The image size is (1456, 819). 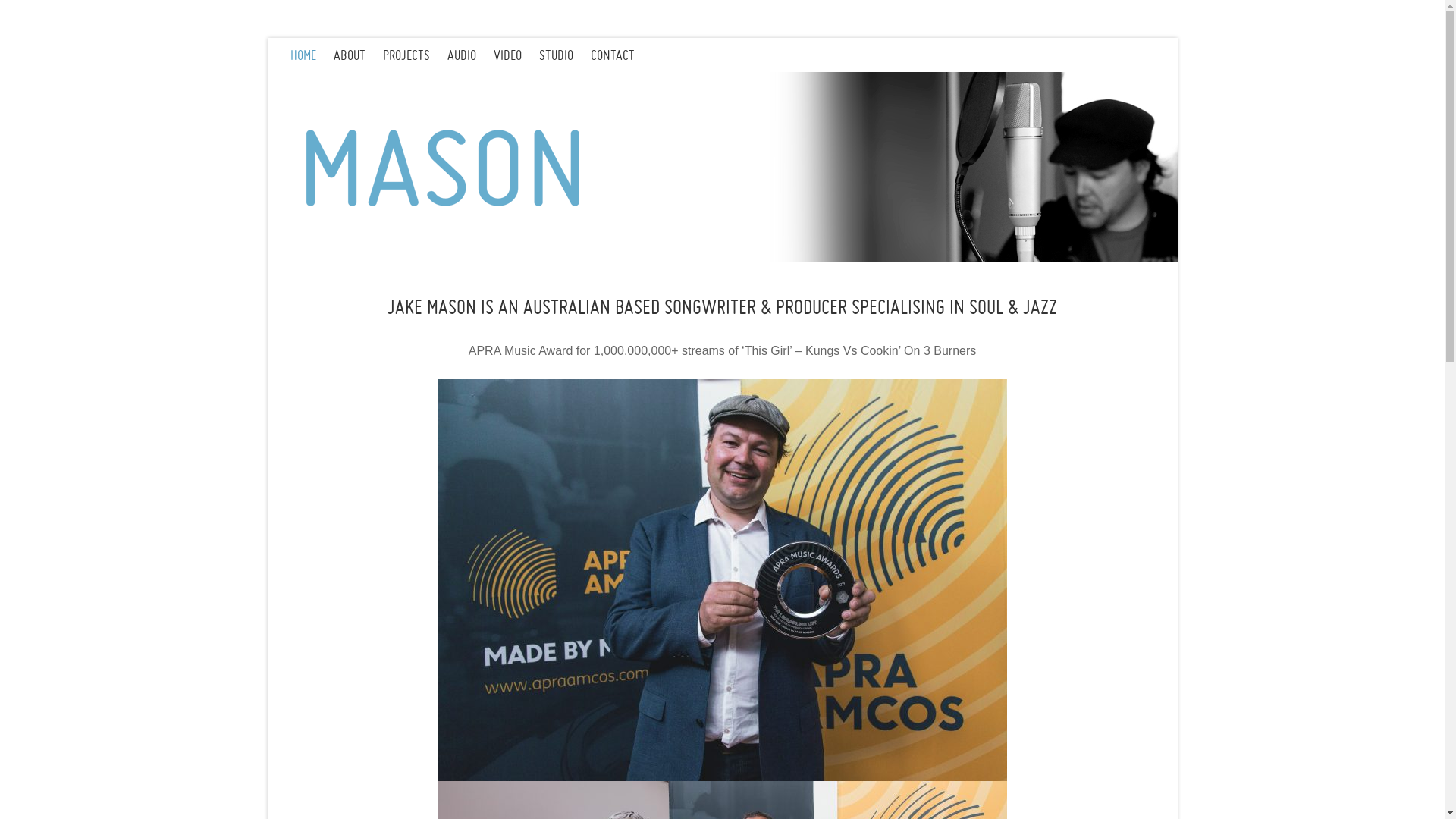 What do you see at coordinates (620, 54) in the screenshot?
I see `'CONTACT'` at bounding box center [620, 54].